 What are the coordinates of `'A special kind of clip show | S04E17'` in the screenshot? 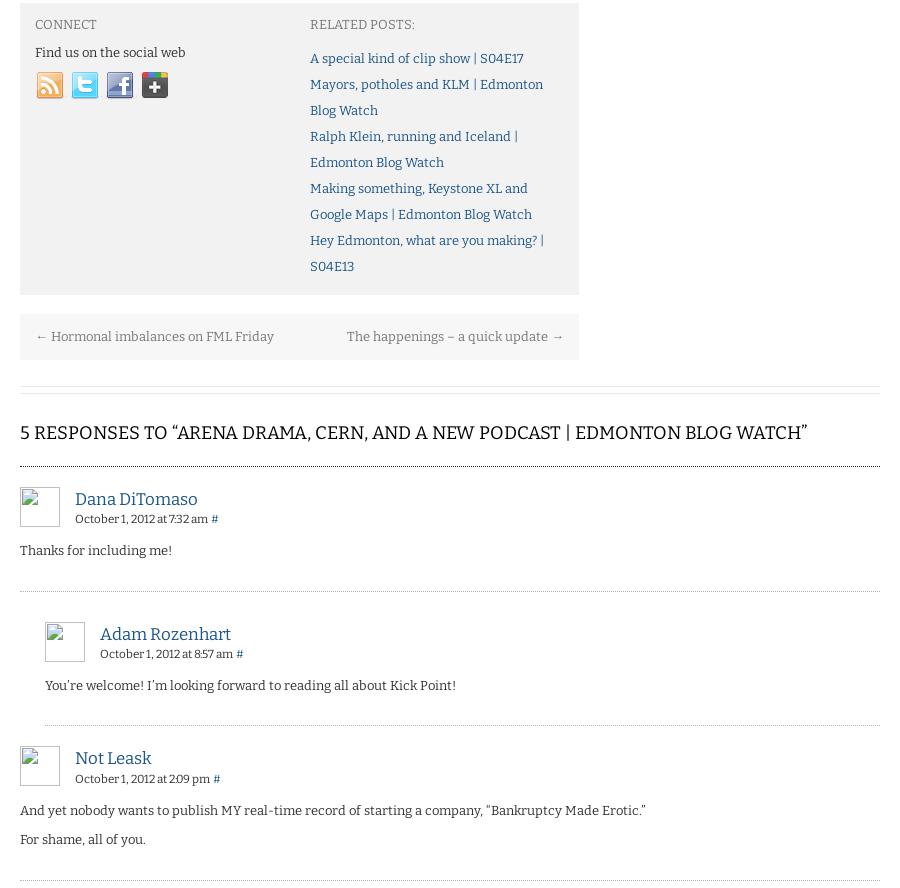 It's located at (416, 56).